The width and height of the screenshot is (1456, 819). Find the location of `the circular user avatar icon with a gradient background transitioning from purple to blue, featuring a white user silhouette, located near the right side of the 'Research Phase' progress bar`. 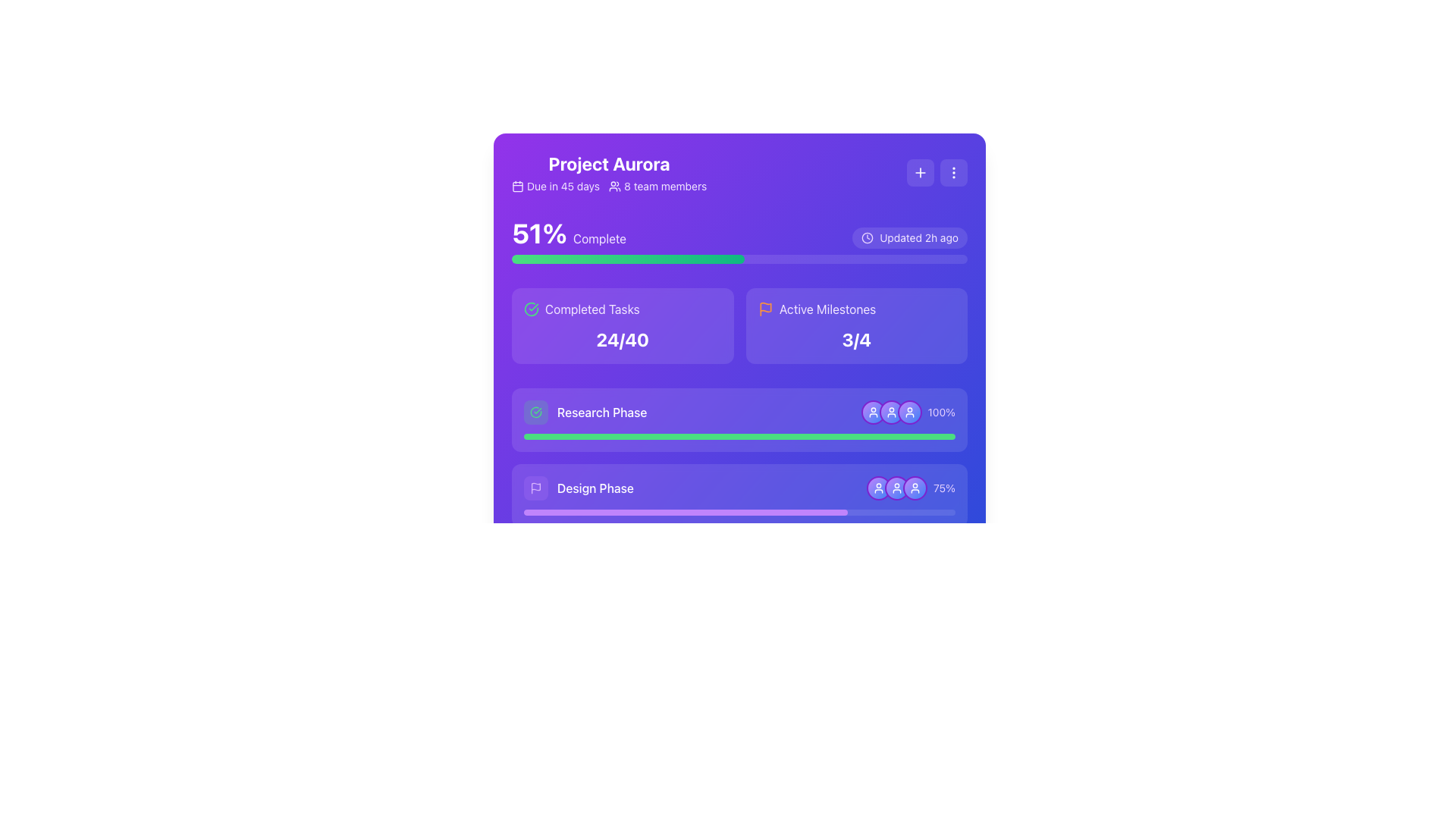

the circular user avatar icon with a gradient background transitioning from purple to blue, featuring a white user silhouette, located near the right side of the 'Research Phase' progress bar is located at coordinates (891, 412).